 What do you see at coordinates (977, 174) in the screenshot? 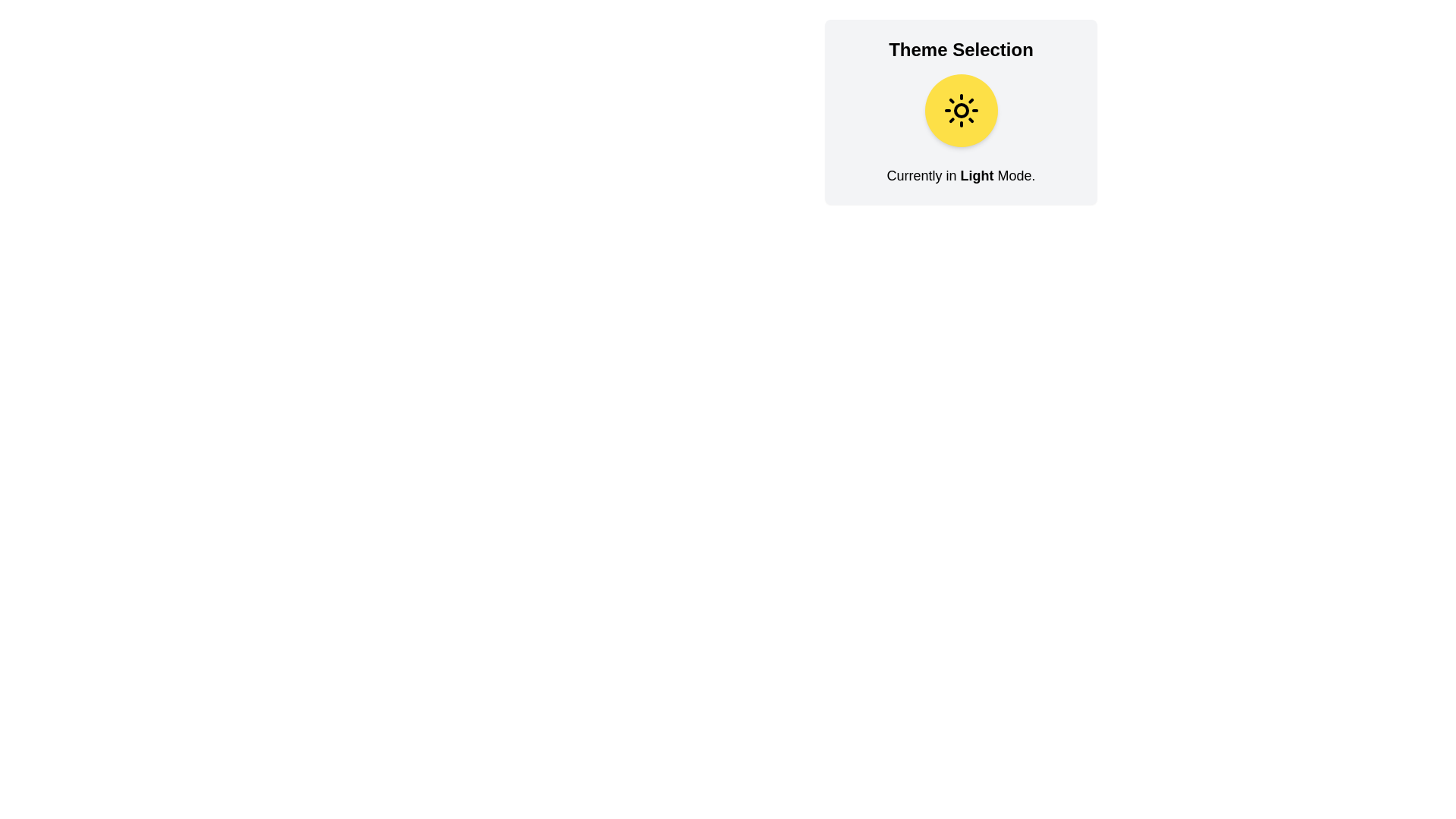
I see `text label that indicates the current theme mode, specifically the word 'Light' from the text 'Currently in Light Mode.'` at bounding box center [977, 174].